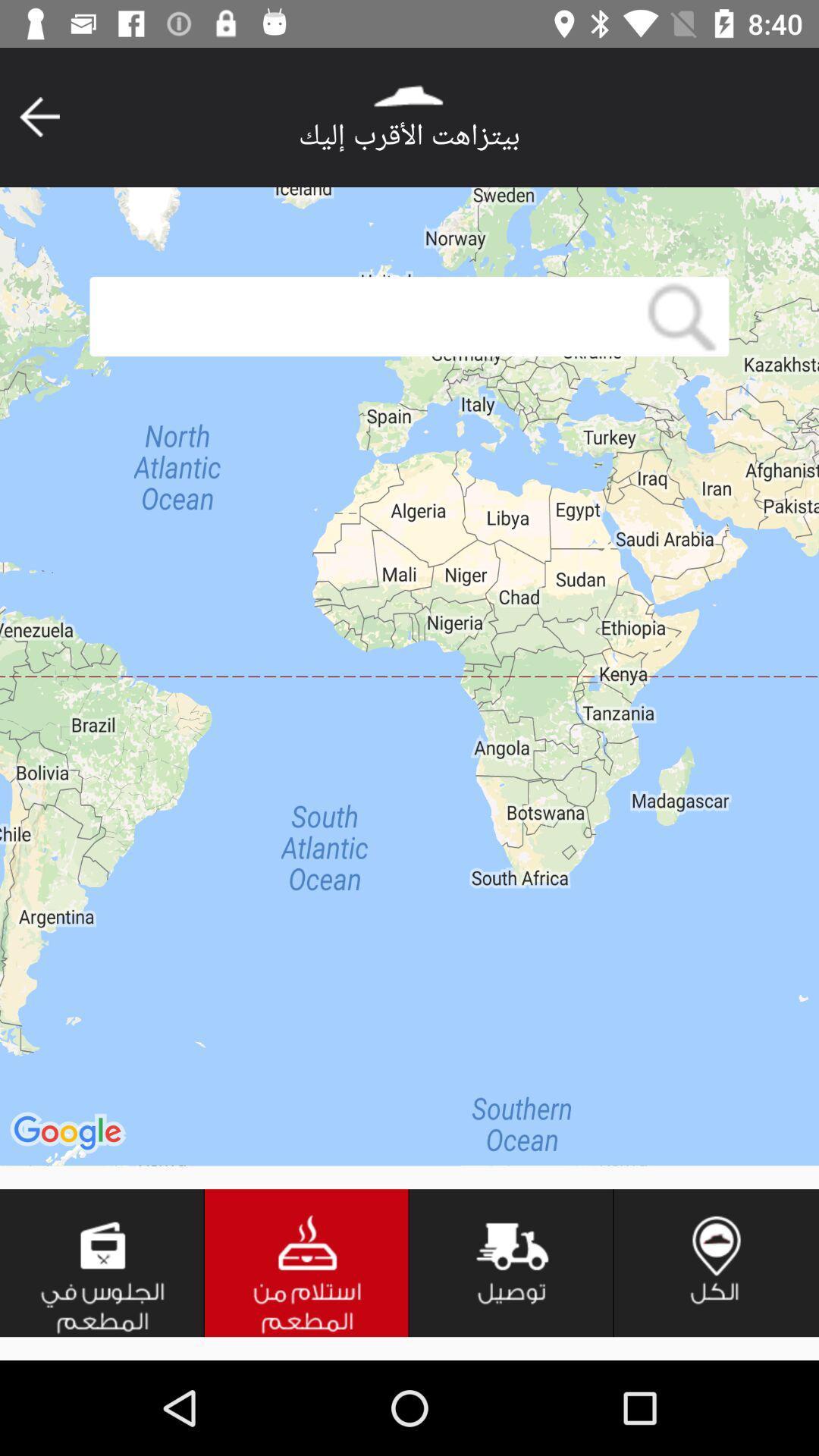  What do you see at coordinates (681, 315) in the screenshot?
I see `search` at bounding box center [681, 315].